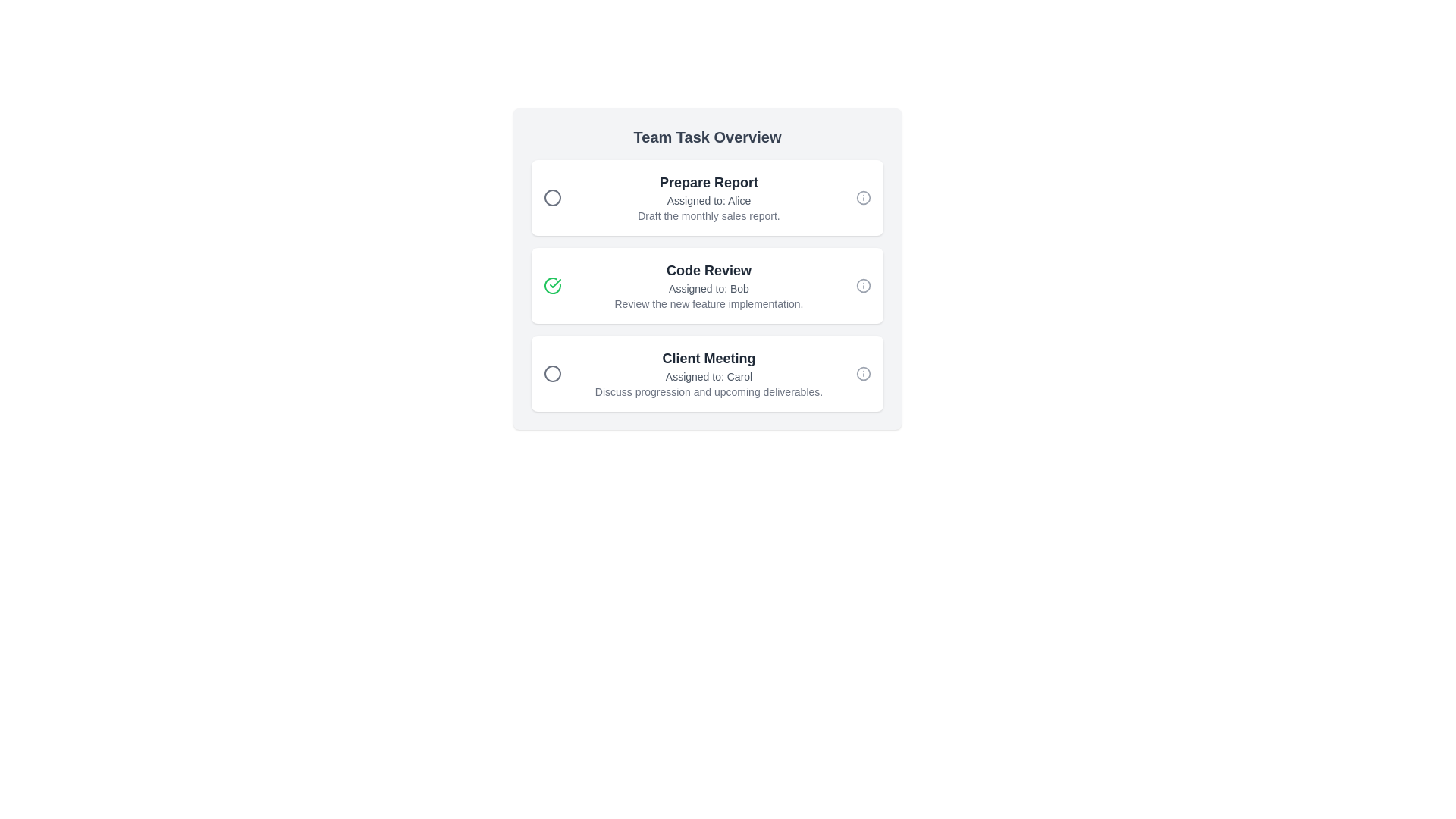 The image size is (1456, 819). What do you see at coordinates (863, 197) in the screenshot?
I see `the circular icon located at the top-right corner of the 'Prepare Report' task block, styled as part of an SVG with neutral colors` at bounding box center [863, 197].